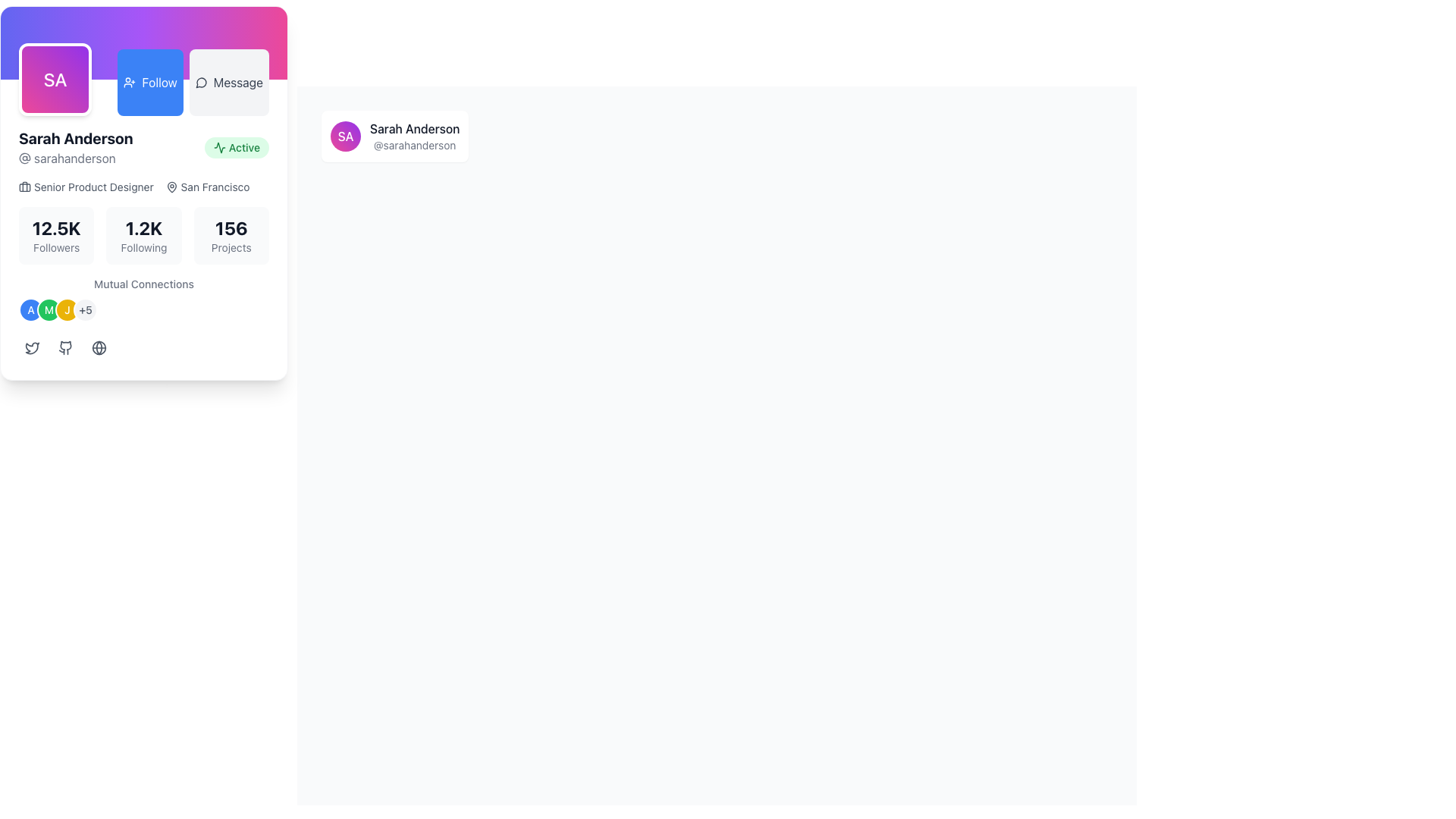  I want to click on the text label displaying the username or handle associated with 'Sarah Anderson', so click(415, 146).